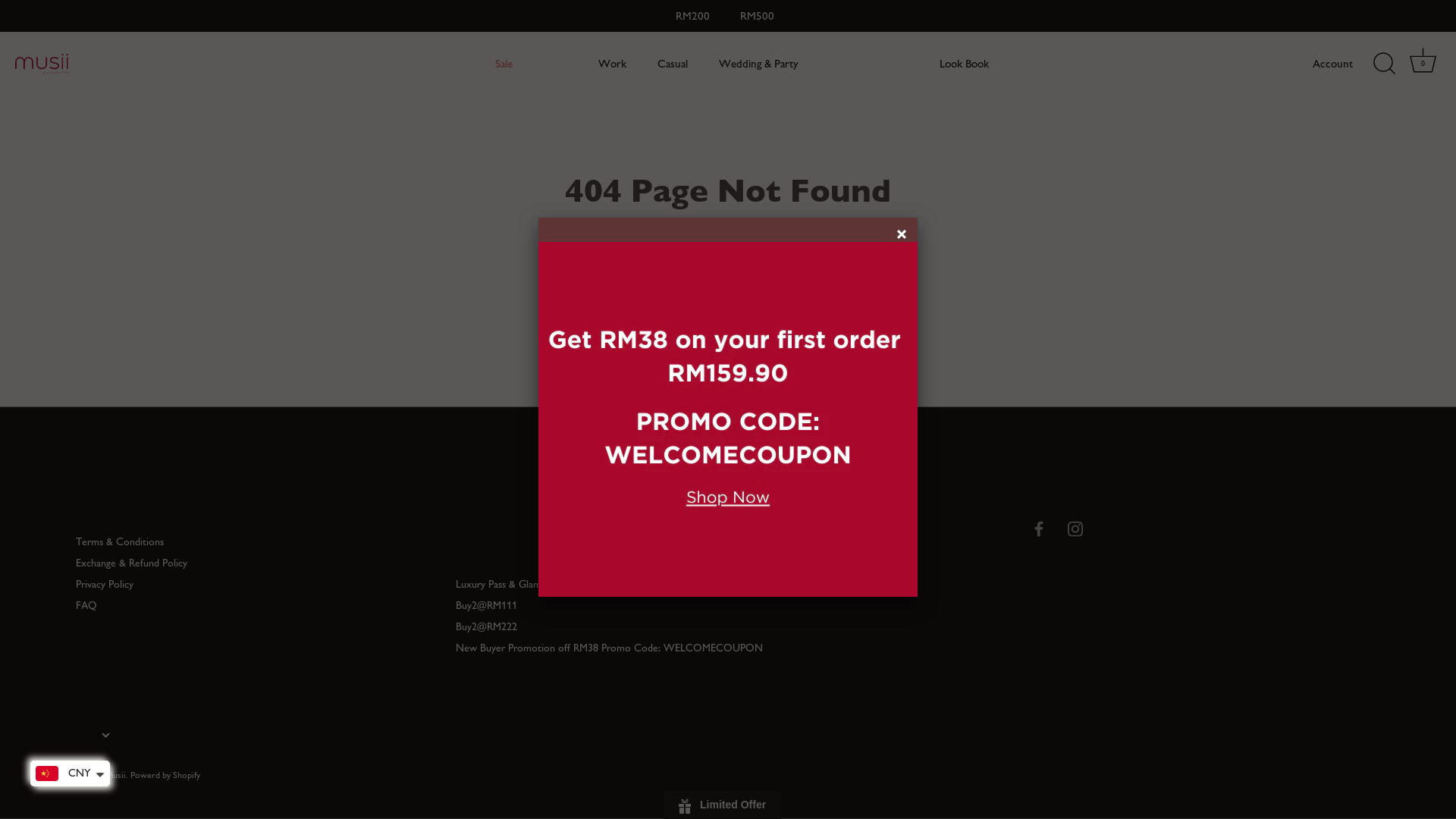  Describe the element at coordinates (1404, 63) in the screenshot. I see `'Cart` at that location.